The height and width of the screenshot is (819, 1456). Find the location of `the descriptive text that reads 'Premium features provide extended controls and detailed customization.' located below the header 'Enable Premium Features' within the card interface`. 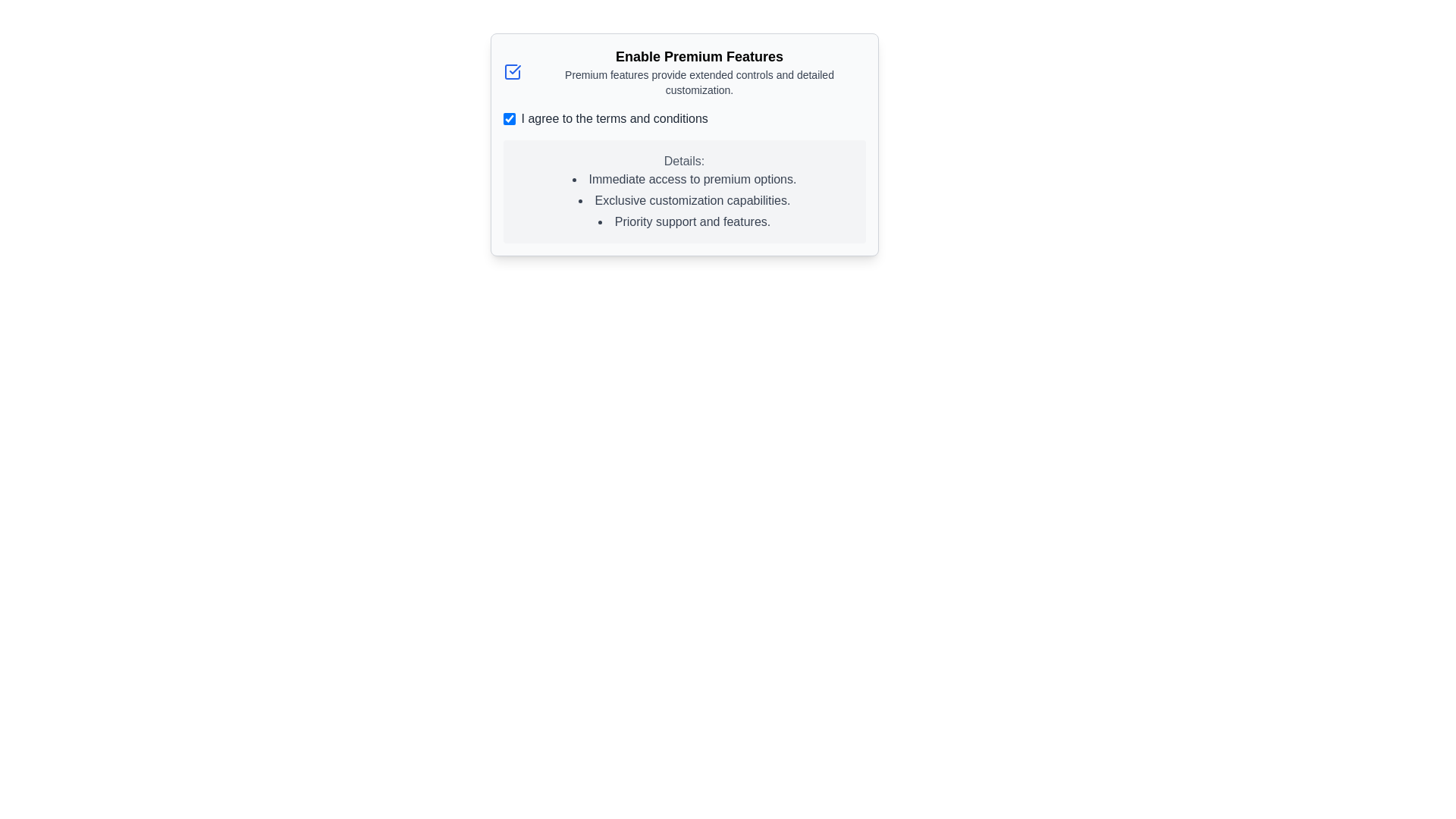

the descriptive text that reads 'Premium features provide extended controls and detailed customization.' located below the header 'Enable Premium Features' within the card interface is located at coordinates (698, 82).